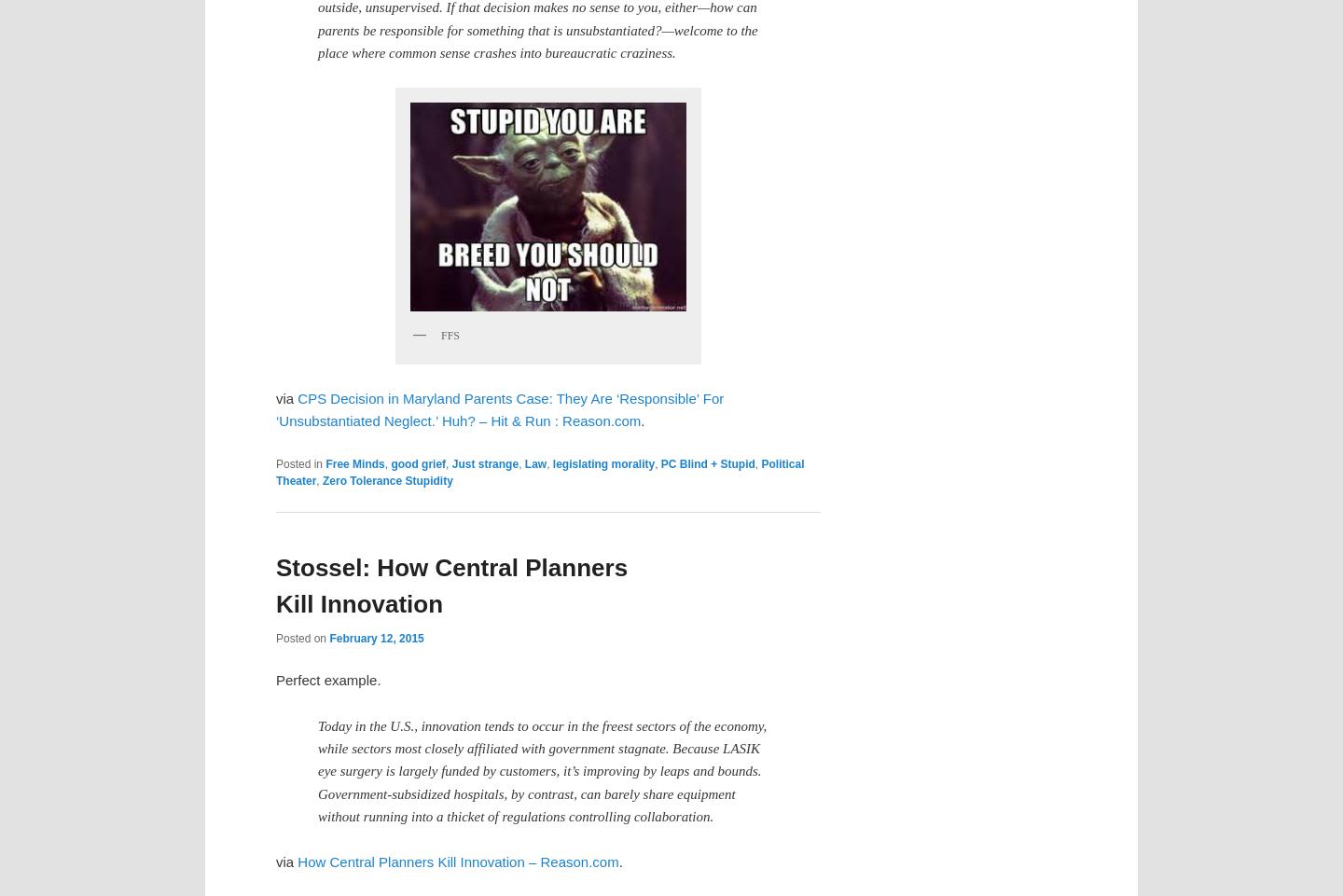 Image resolution: width=1343 pixels, height=896 pixels. I want to click on 'FFS', so click(449, 334).